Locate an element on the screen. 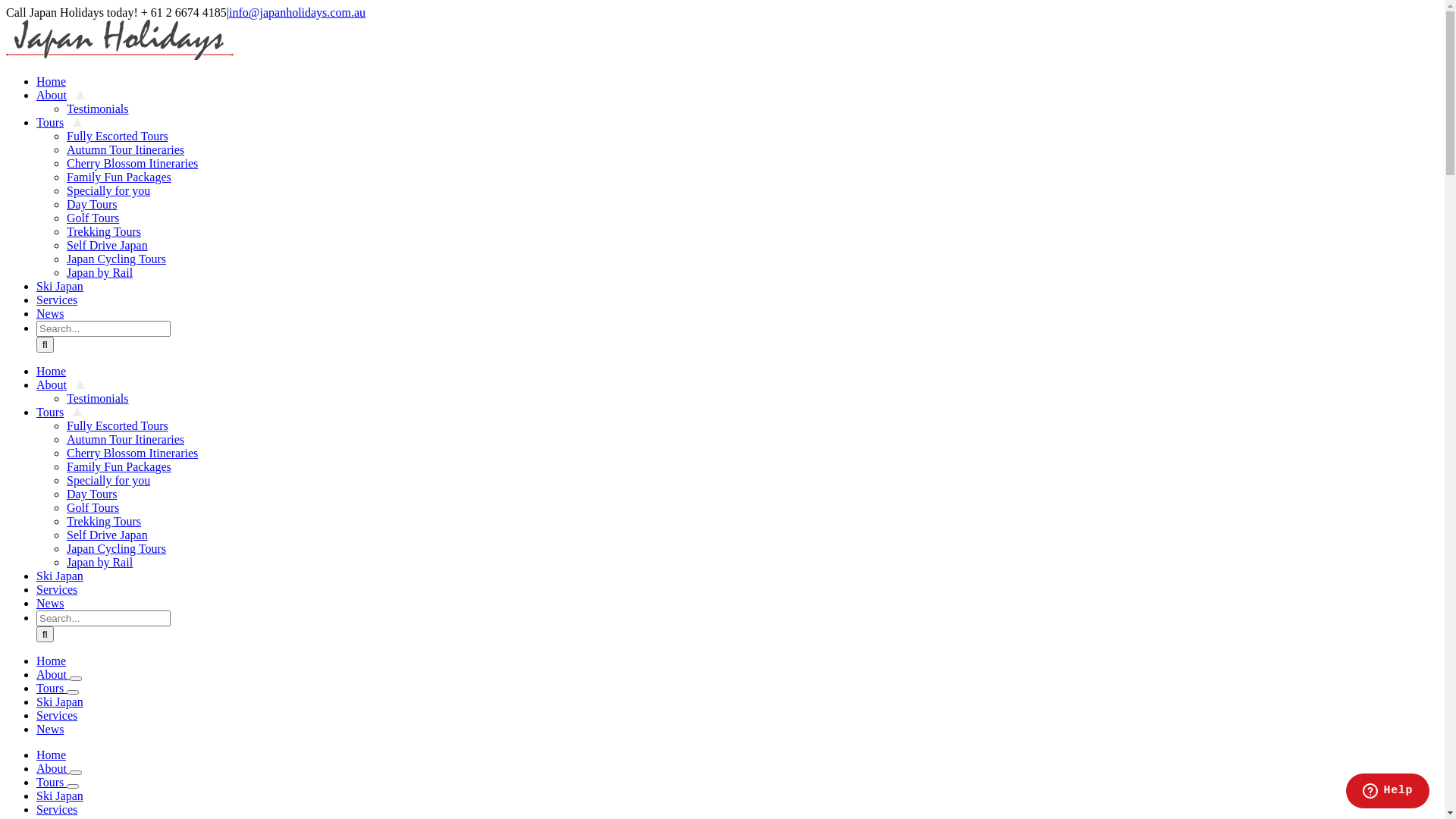 The width and height of the screenshot is (1456, 819). 'Home' is located at coordinates (55, 81).